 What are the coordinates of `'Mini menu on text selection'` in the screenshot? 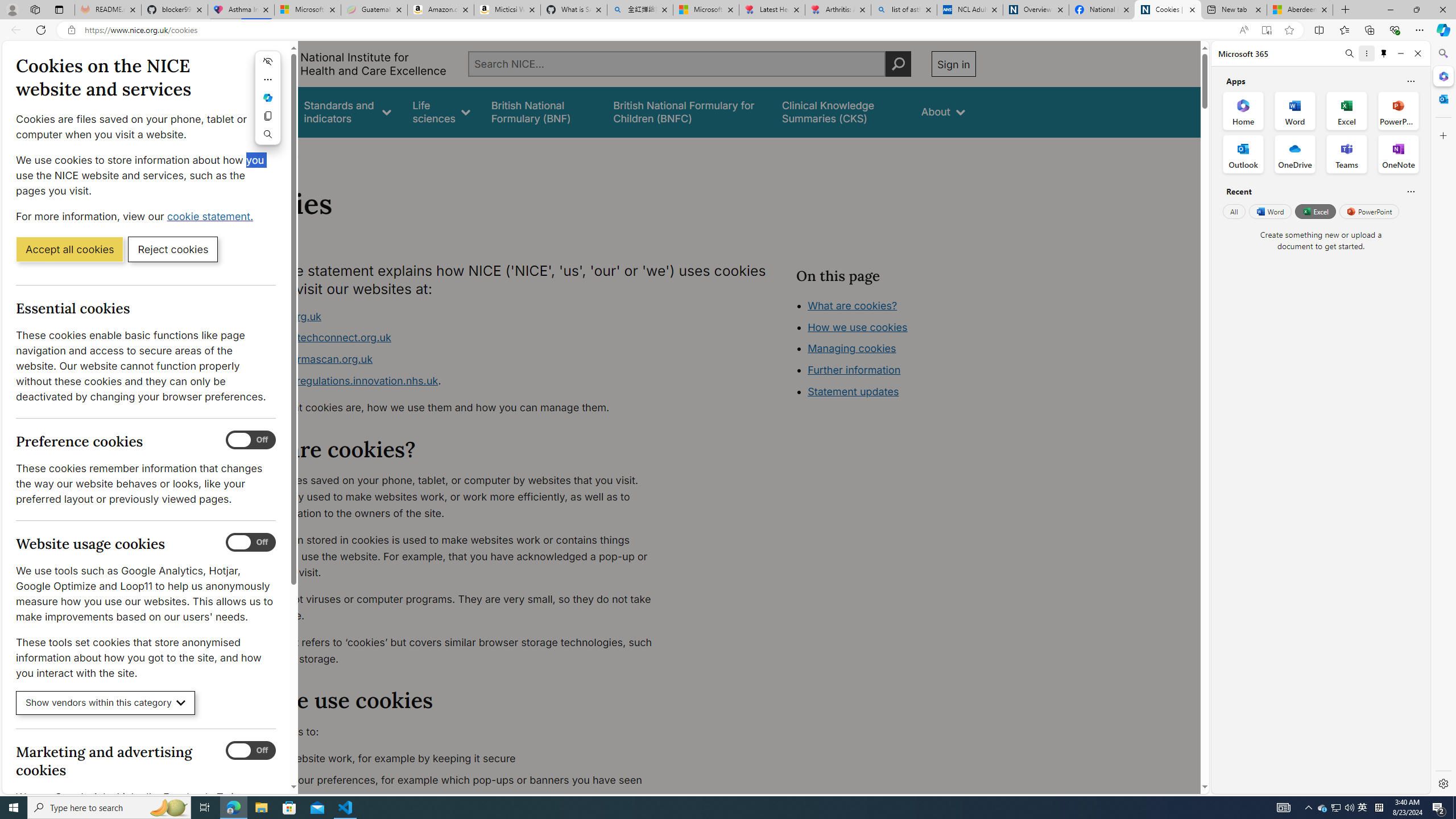 It's located at (267, 97).